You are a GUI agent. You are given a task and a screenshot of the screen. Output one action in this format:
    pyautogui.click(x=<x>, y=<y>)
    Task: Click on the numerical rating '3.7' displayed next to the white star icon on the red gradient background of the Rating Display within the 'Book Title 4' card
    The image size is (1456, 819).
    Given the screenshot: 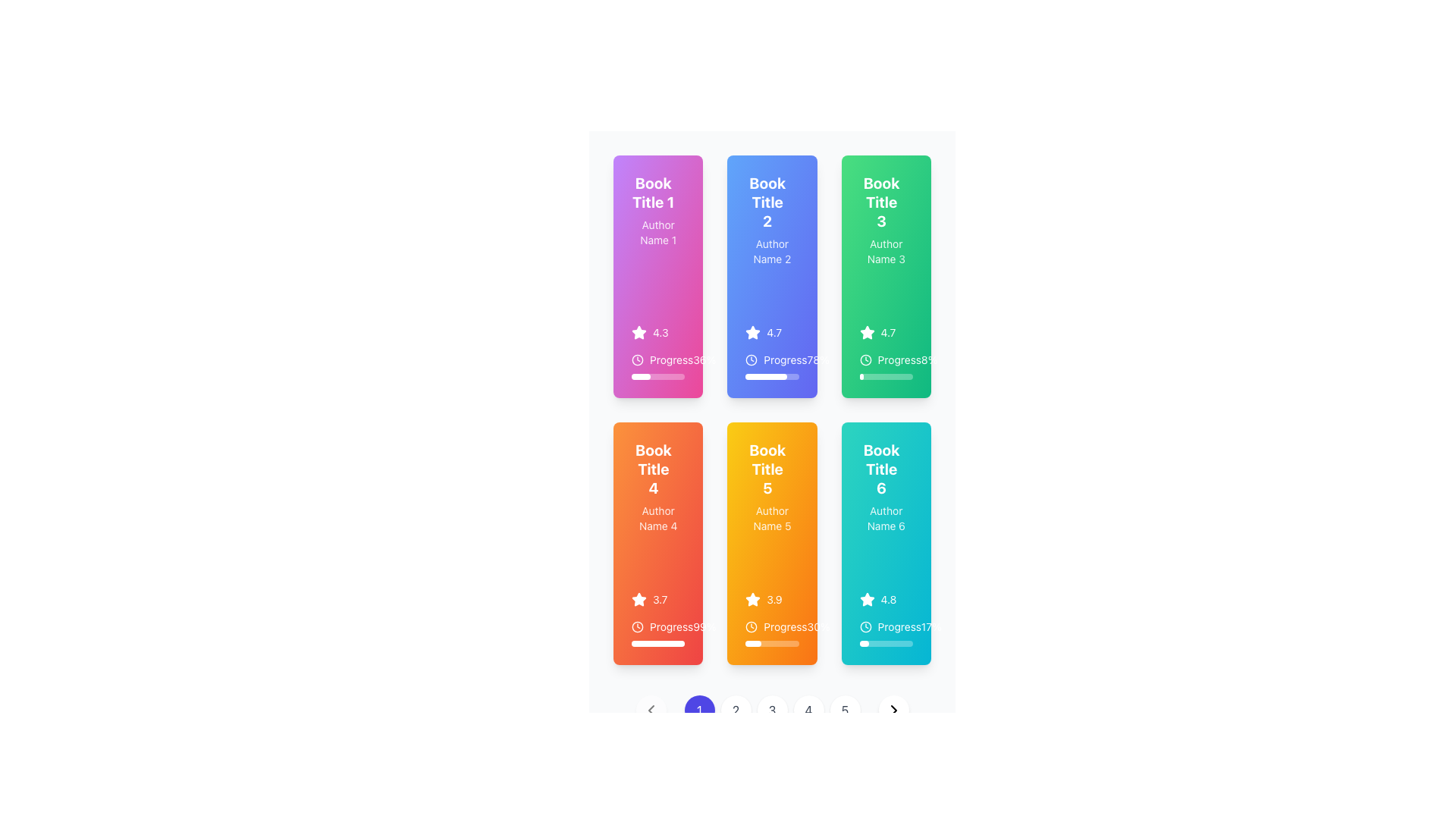 What is the action you would take?
    pyautogui.click(x=658, y=598)
    